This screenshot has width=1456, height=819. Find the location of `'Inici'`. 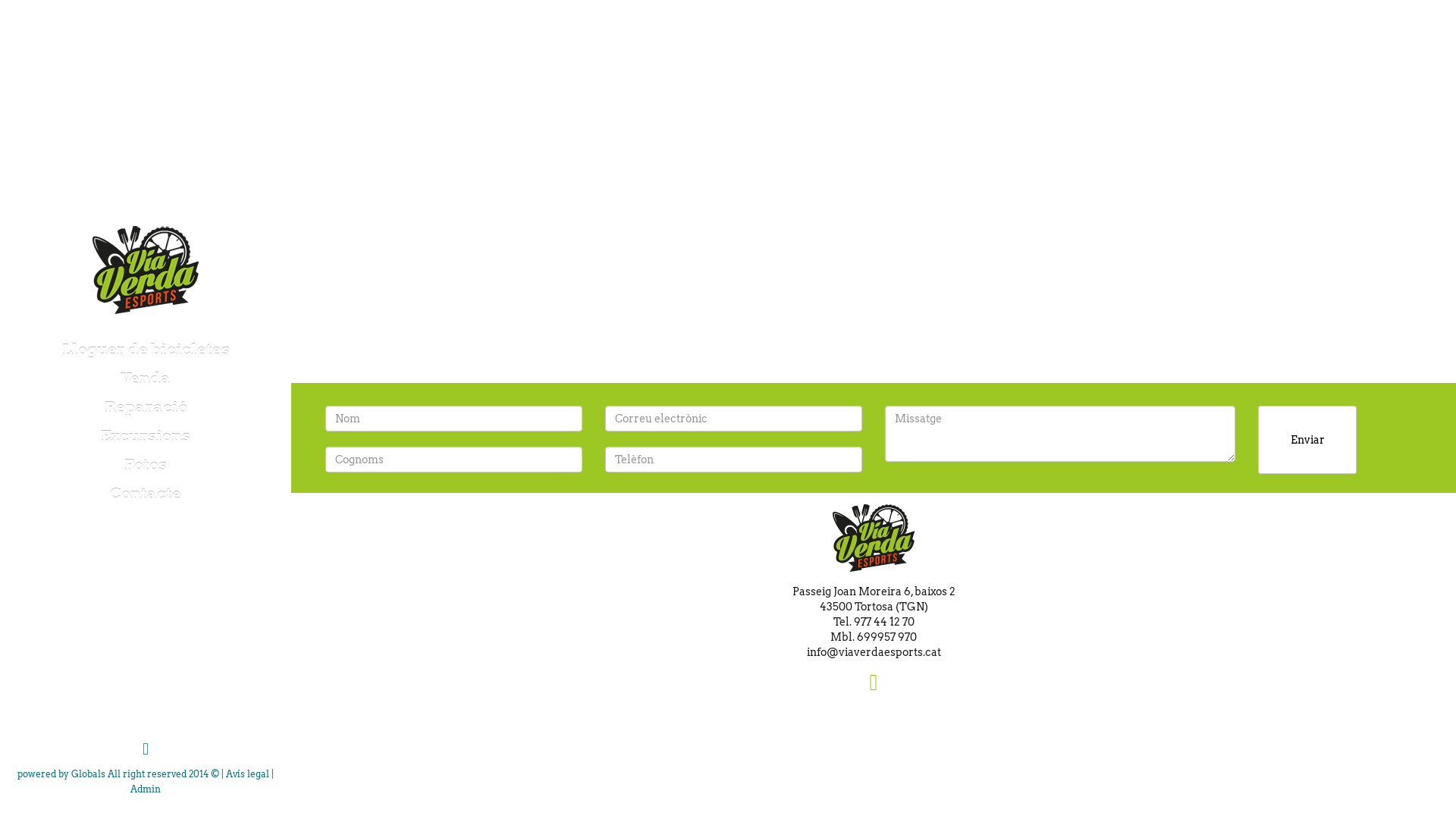

'Inici' is located at coordinates (146, 268).